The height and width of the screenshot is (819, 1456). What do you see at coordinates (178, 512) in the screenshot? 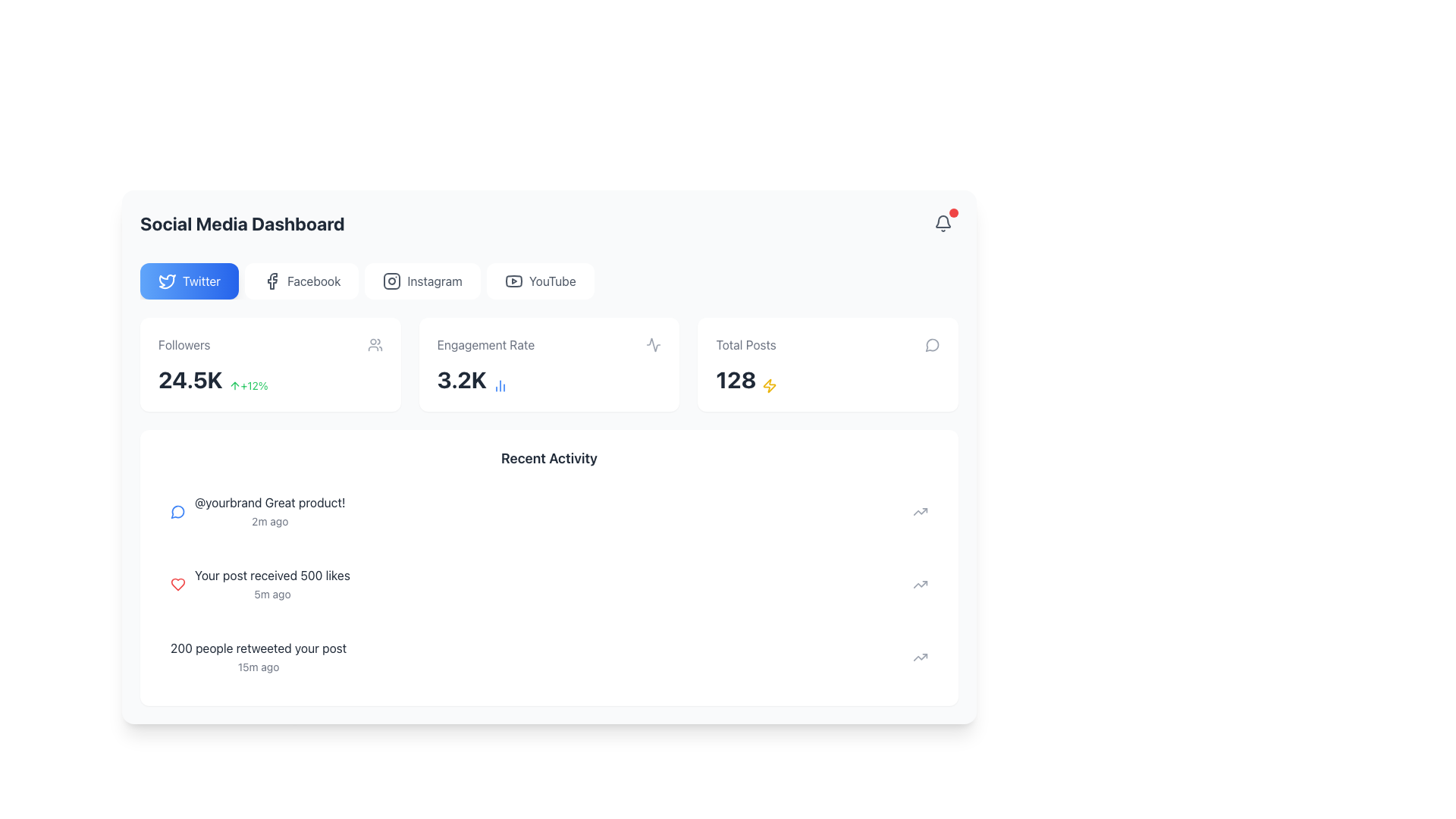
I see `the comment icon located in the 'Recent Activity' section of the Social Media Dashboard, which is positioned to the left of the text '@yourbrand Great product! 2m ago'` at bounding box center [178, 512].